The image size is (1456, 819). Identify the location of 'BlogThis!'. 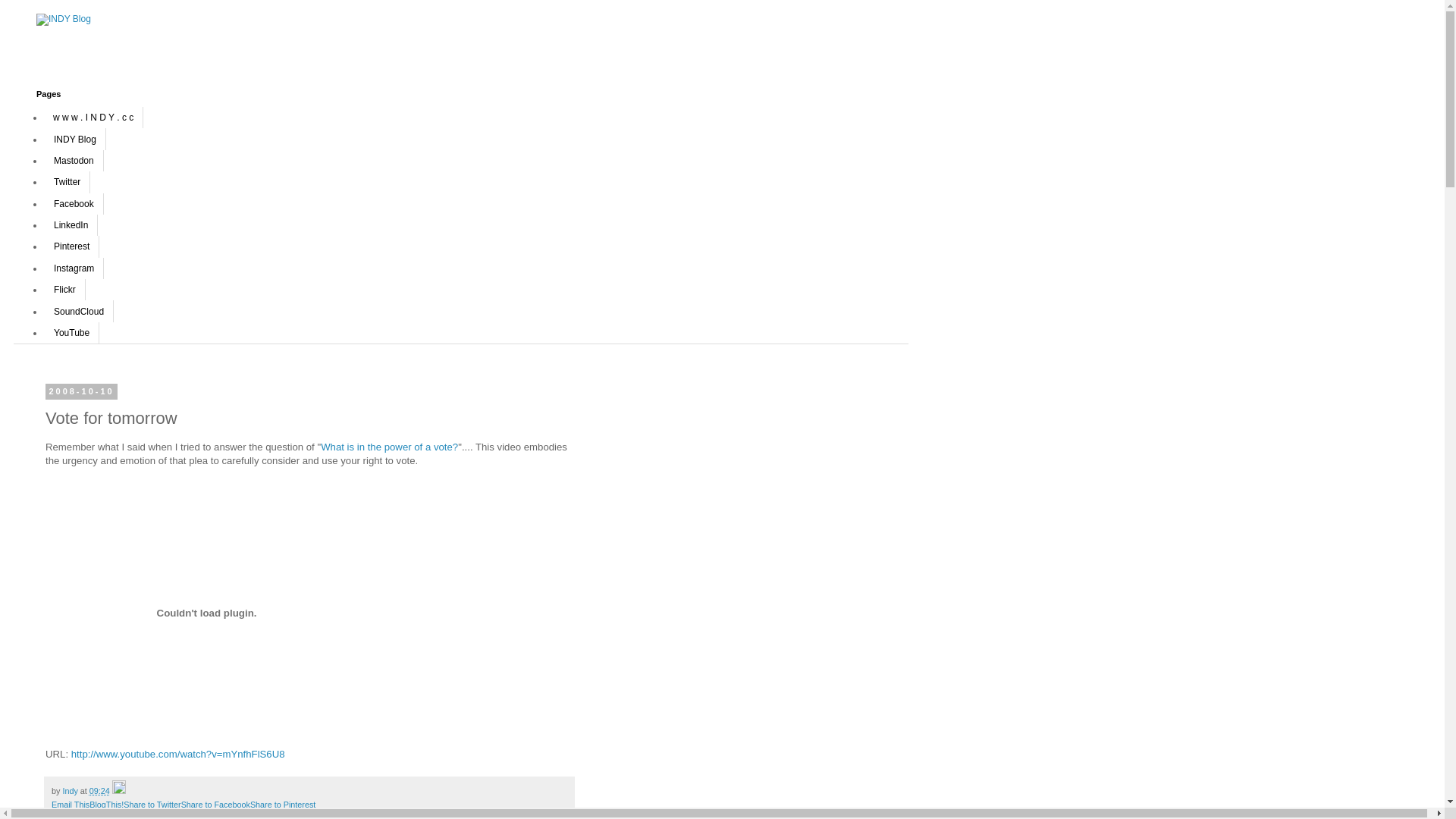
(105, 803).